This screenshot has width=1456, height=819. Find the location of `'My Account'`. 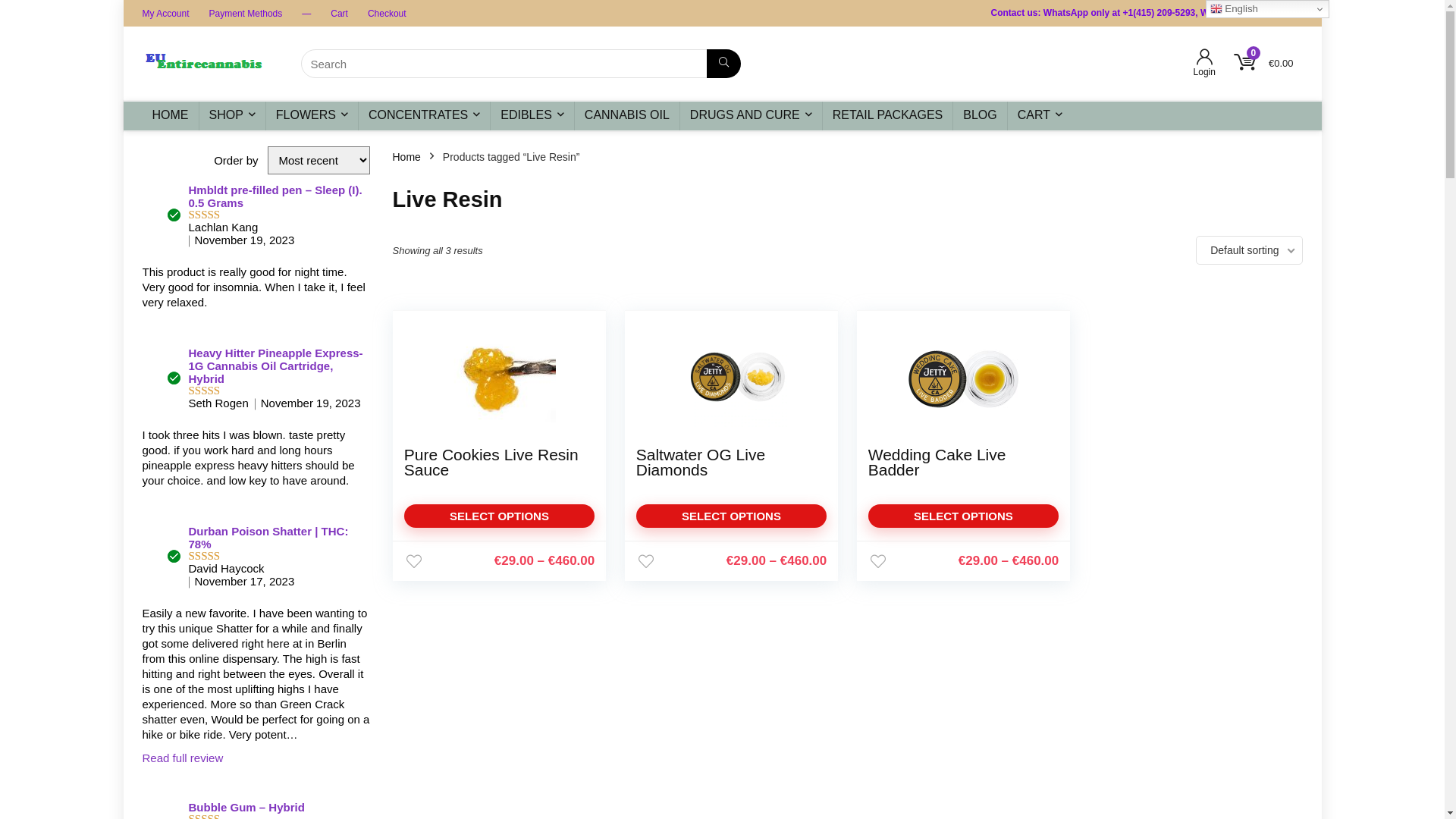

'My Account' is located at coordinates (166, 12).